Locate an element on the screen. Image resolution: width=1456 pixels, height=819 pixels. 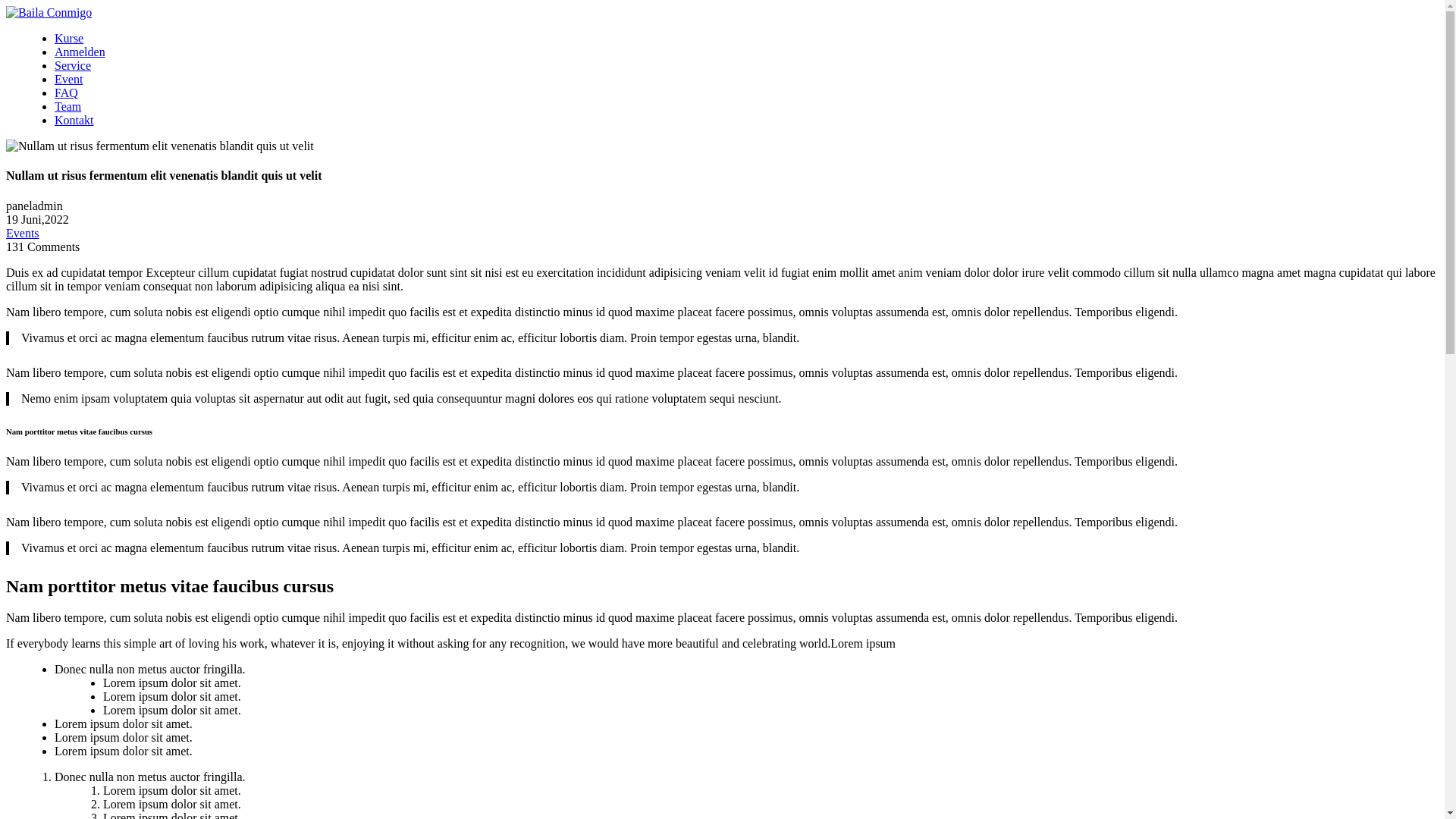
'FAQ' is located at coordinates (55, 93).